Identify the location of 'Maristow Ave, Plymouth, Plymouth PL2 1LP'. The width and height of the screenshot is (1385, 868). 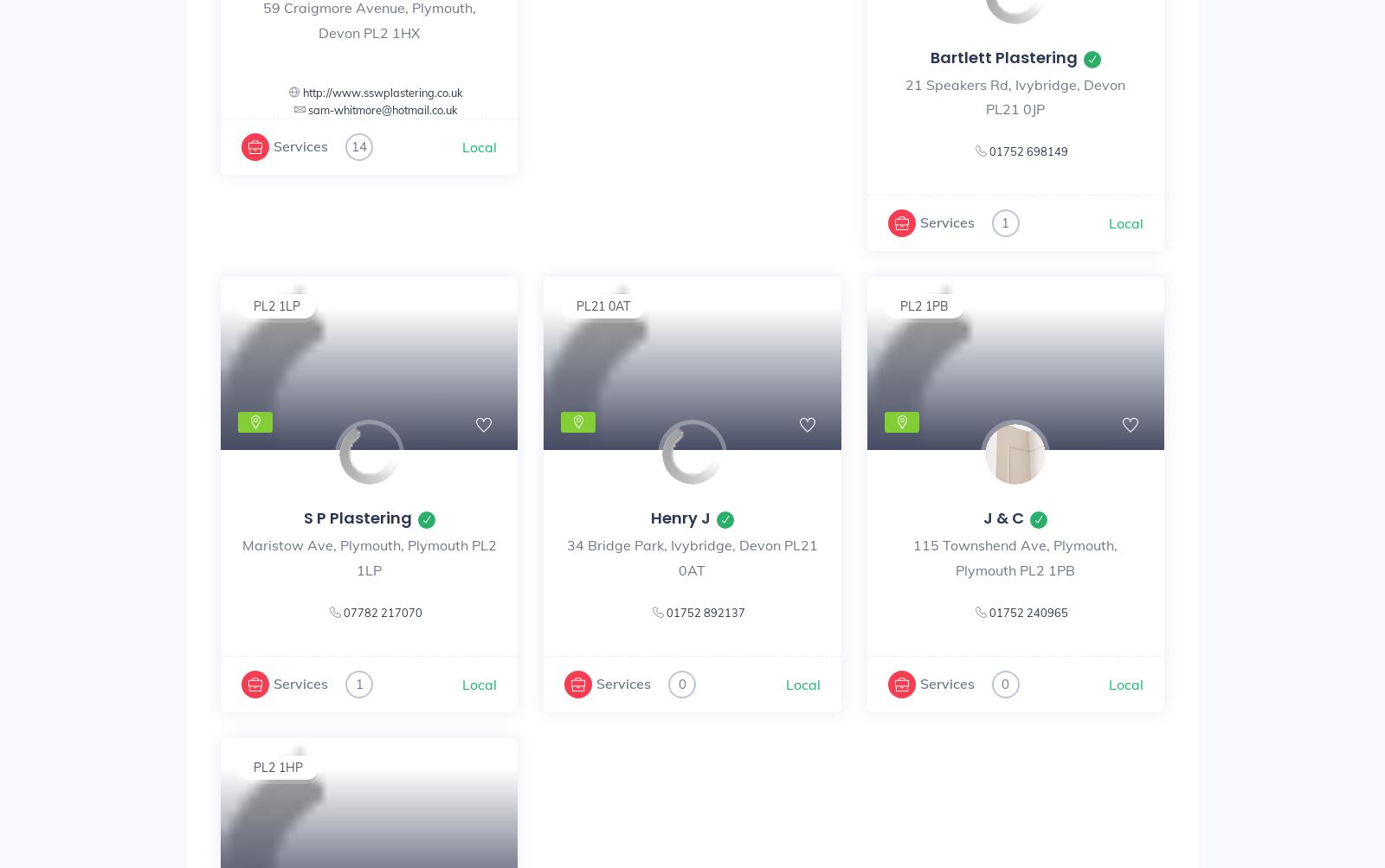
(367, 557).